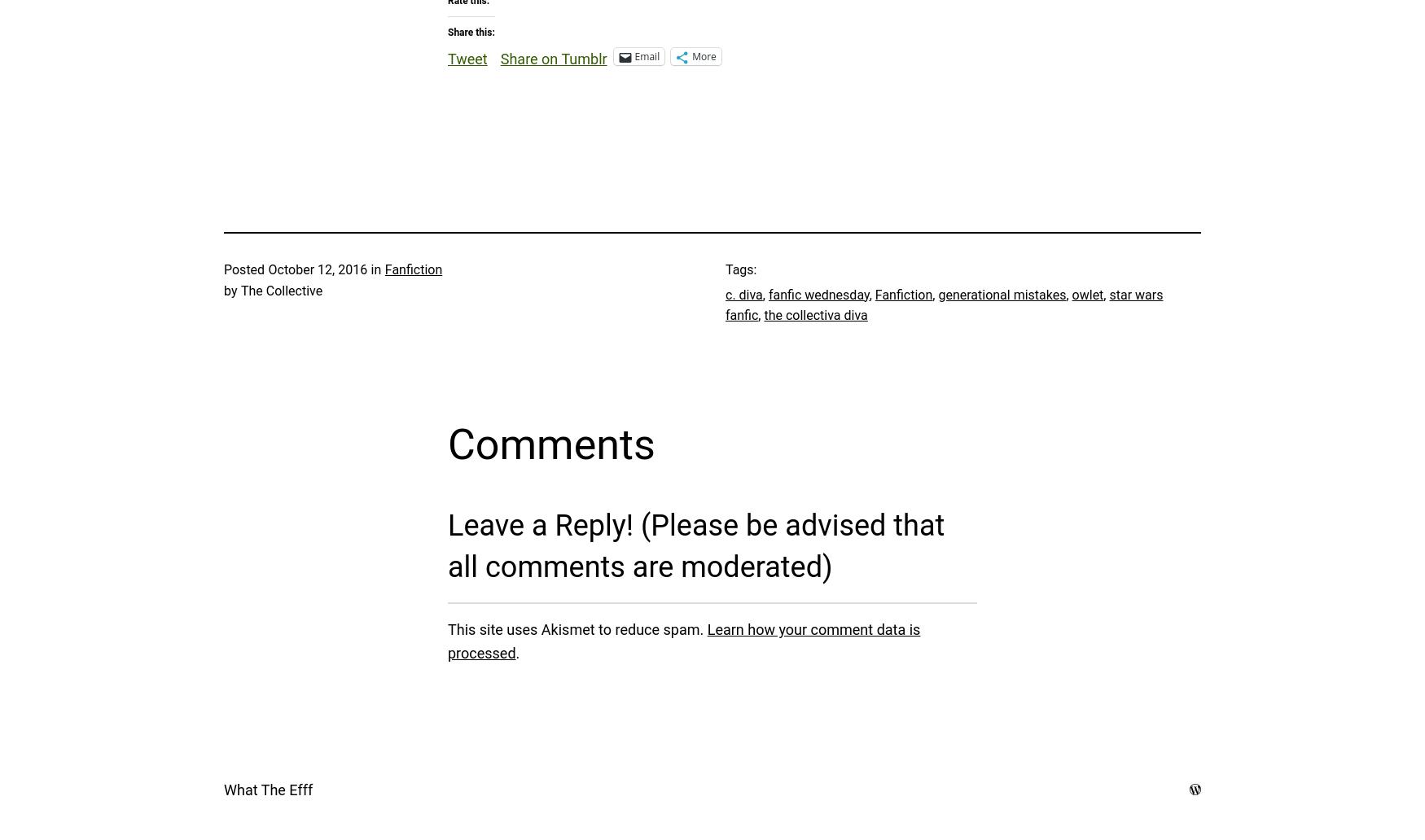  I want to click on 'Email', so click(646, 56).